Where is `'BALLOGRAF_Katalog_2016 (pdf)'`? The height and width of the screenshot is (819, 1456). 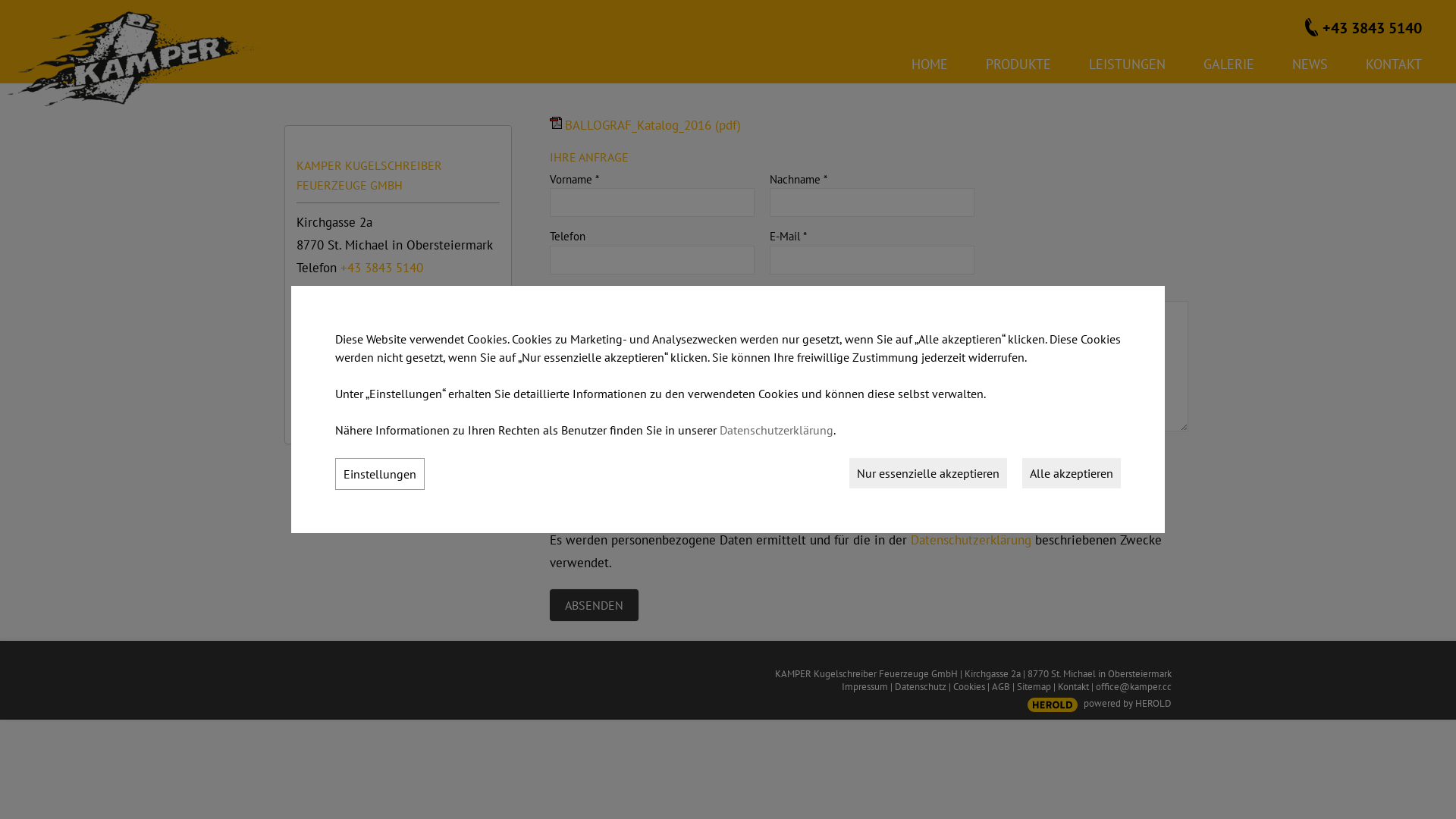
'BALLOGRAF_Katalog_2016 (pdf)' is located at coordinates (548, 124).